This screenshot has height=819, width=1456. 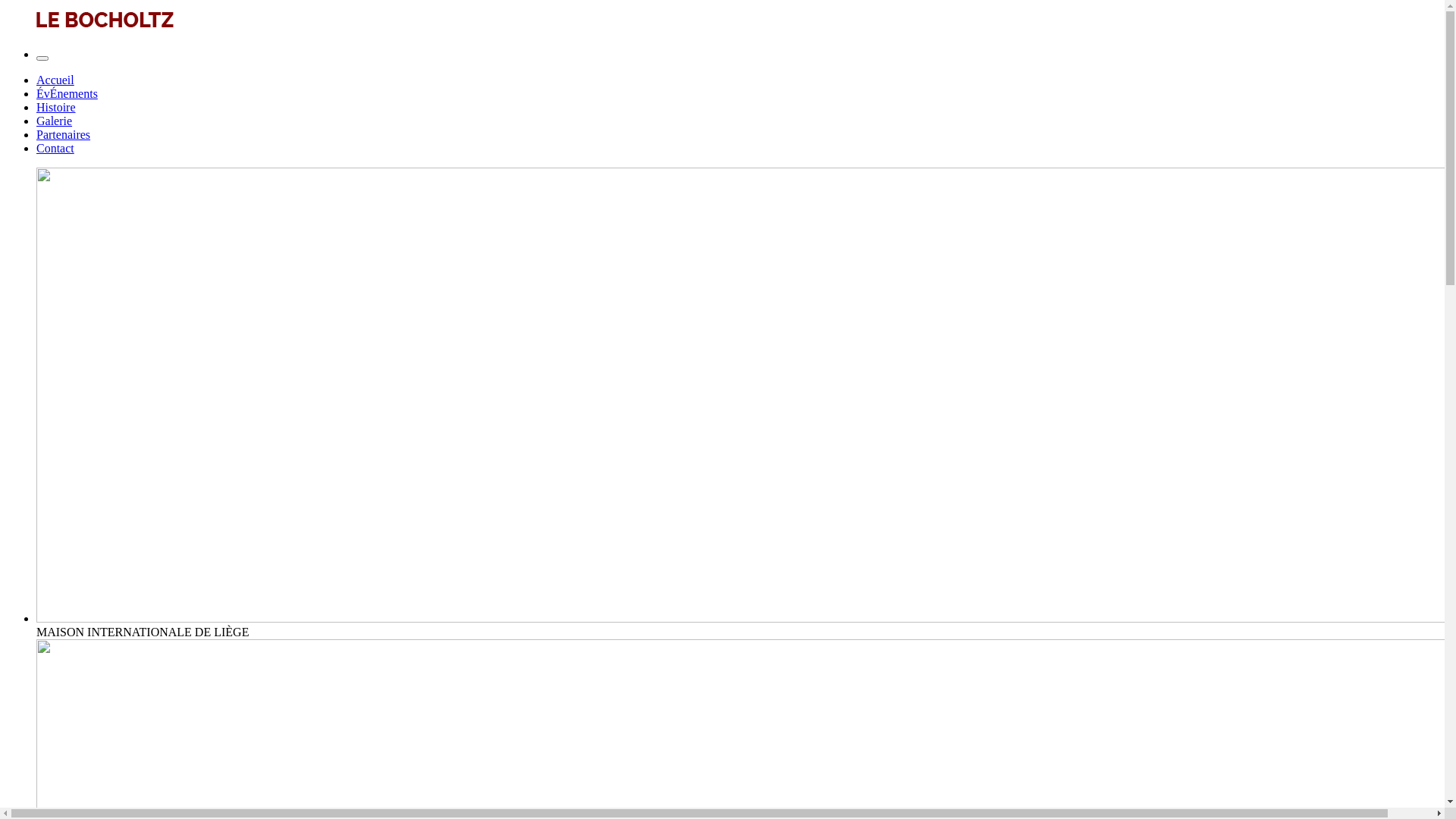 I want to click on 'Galerie', so click(x=54, y=120).